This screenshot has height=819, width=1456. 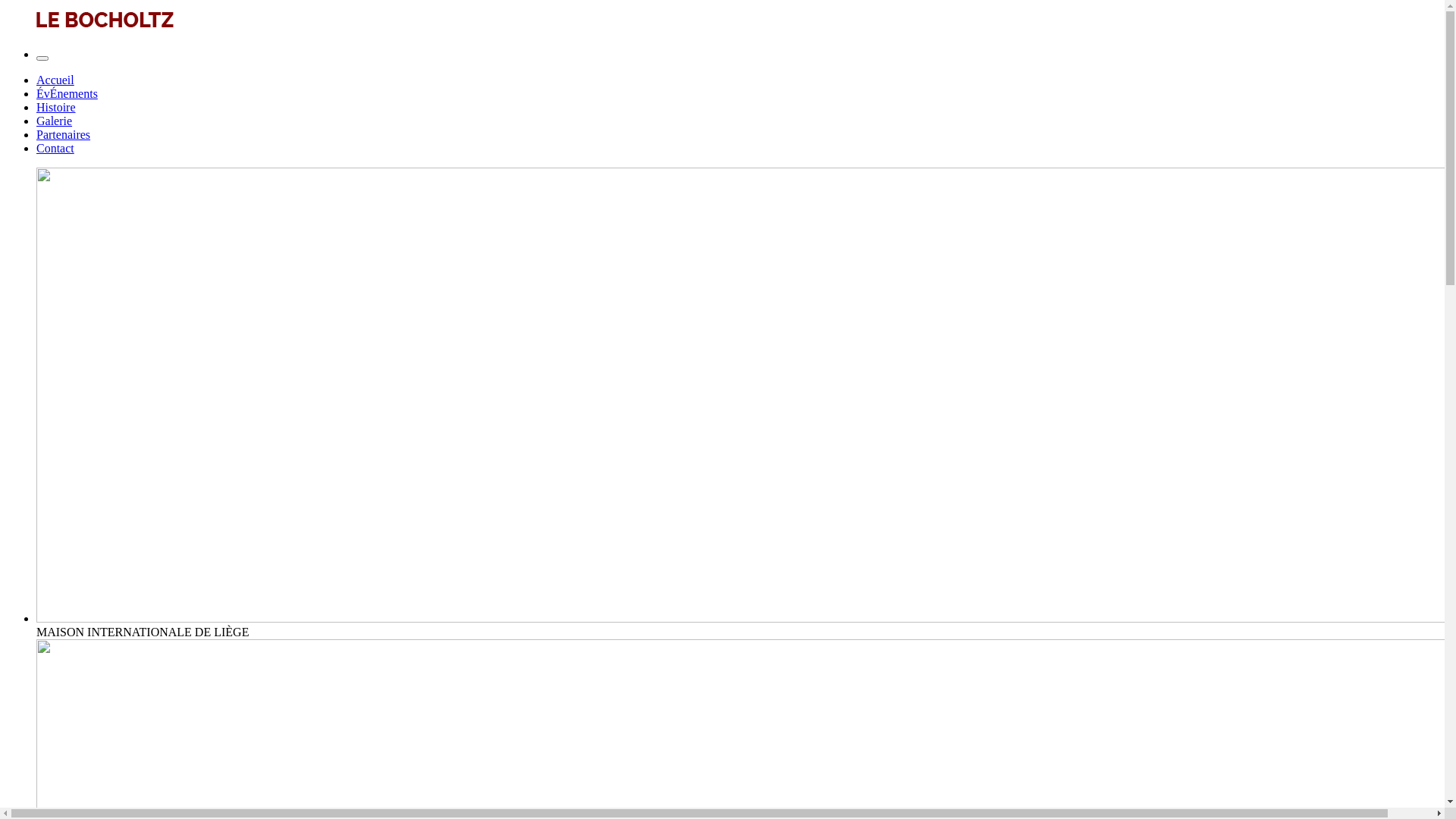 I want to click on 'Galerie', so click(x=54, y=120).